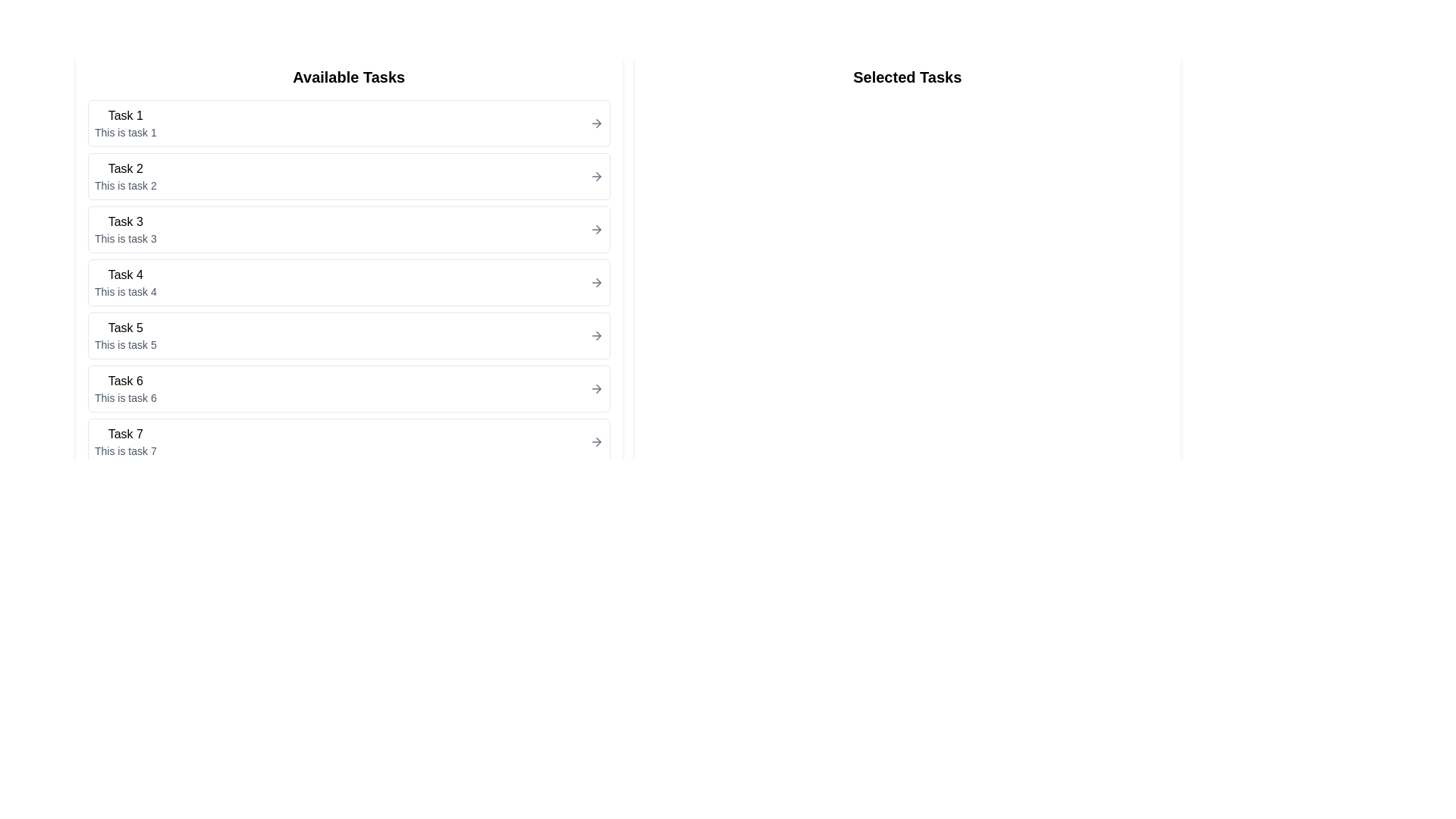  What do you see at coordinates (125, 388) in the screenshot?
I see `the Text block displaying information about task 6, which is the sixth item in the 'Available Tasks' section, positioned between 'Task 5' and 'Task 7'` at bounding box center [125, 388].